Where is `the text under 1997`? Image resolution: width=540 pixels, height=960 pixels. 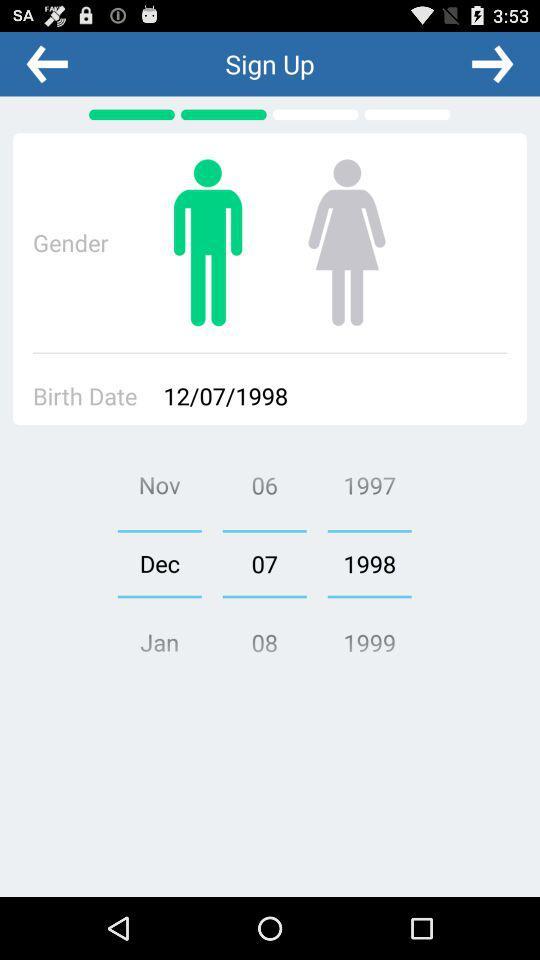
the text under 1997 is located at coordinates (369, 564).